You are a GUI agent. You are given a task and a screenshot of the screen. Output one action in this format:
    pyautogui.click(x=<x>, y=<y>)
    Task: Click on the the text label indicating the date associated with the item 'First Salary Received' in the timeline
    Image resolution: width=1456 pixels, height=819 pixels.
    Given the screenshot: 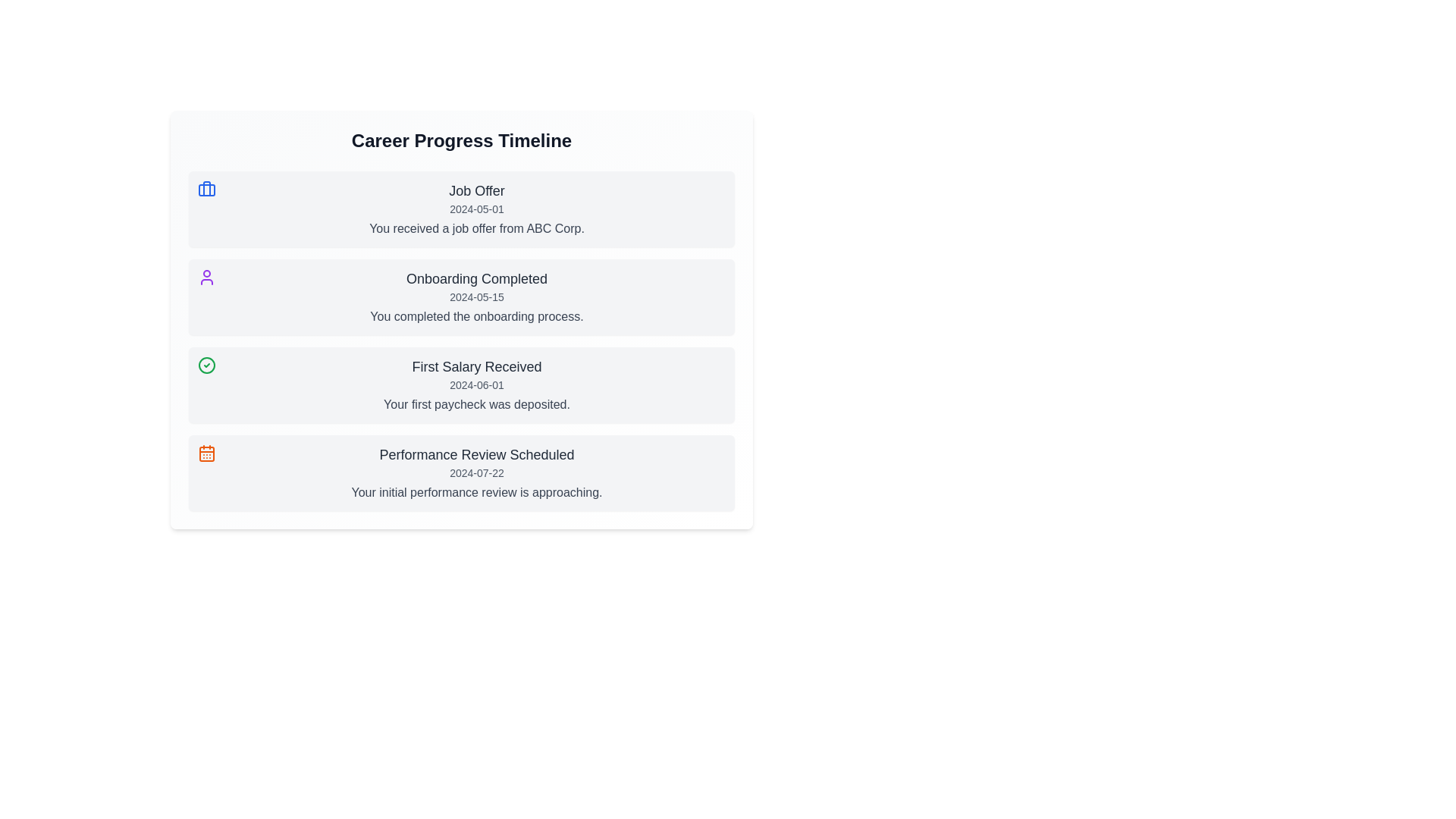 What is the action you would take?
    pyautogui.click(x=475, y=384)
    